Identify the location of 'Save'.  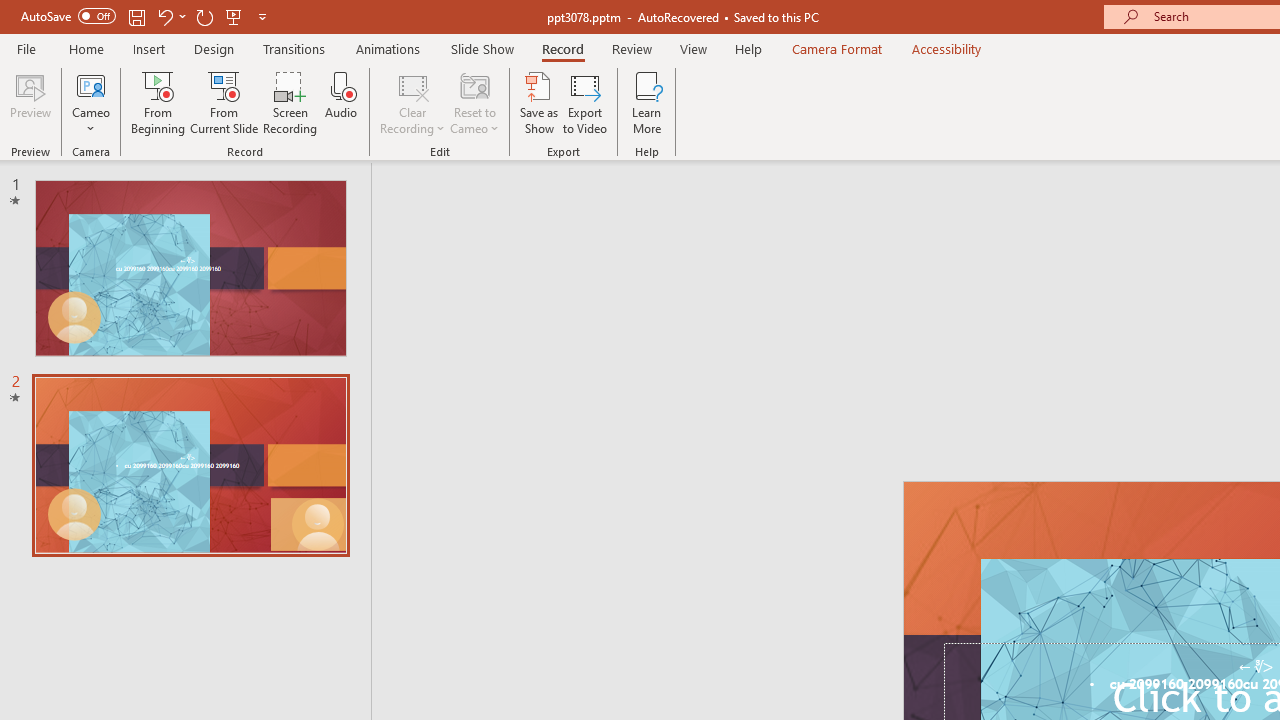
(135, 16).